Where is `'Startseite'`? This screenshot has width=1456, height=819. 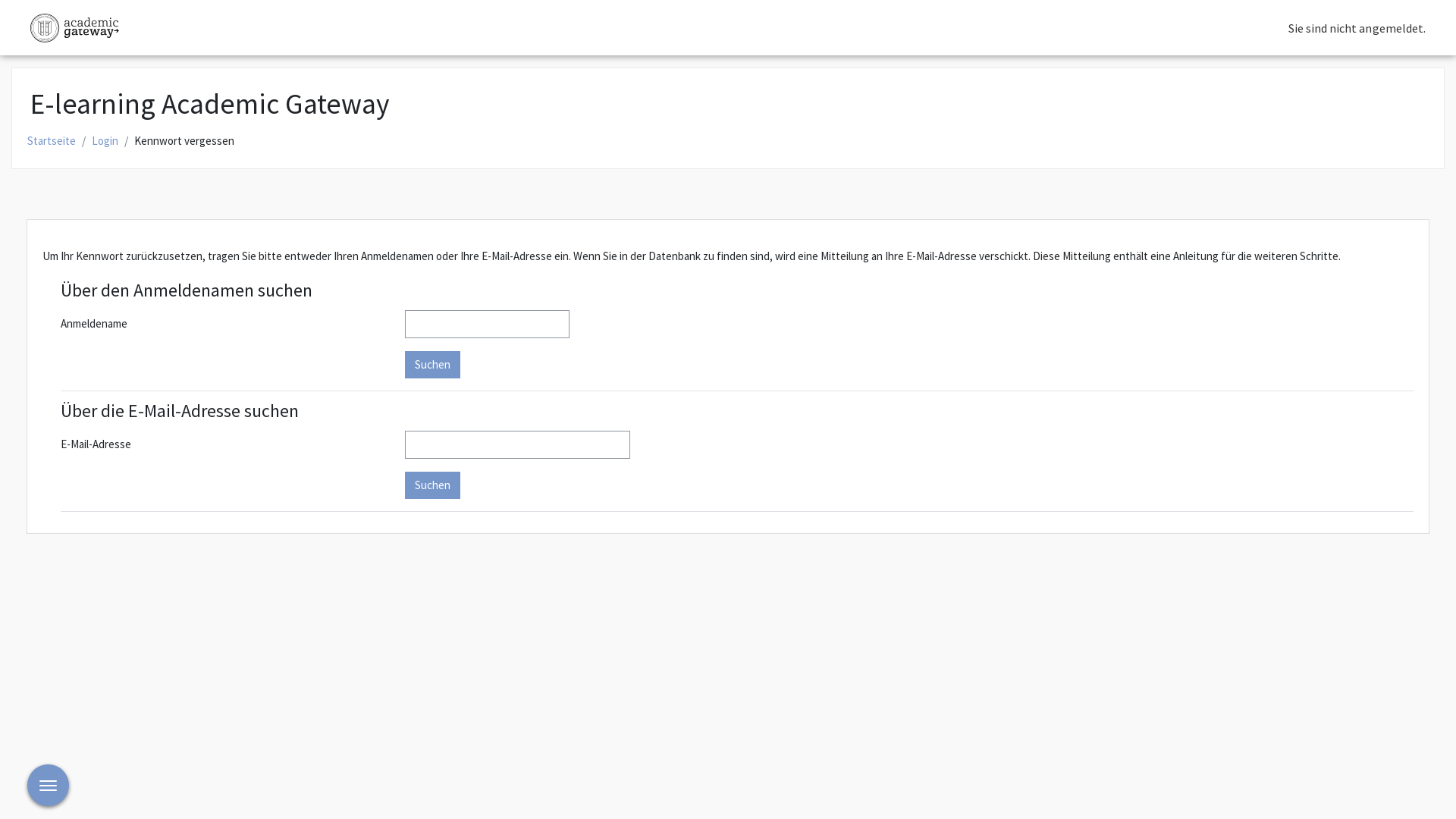
'Startseite' is located at coordinates (51, 141).